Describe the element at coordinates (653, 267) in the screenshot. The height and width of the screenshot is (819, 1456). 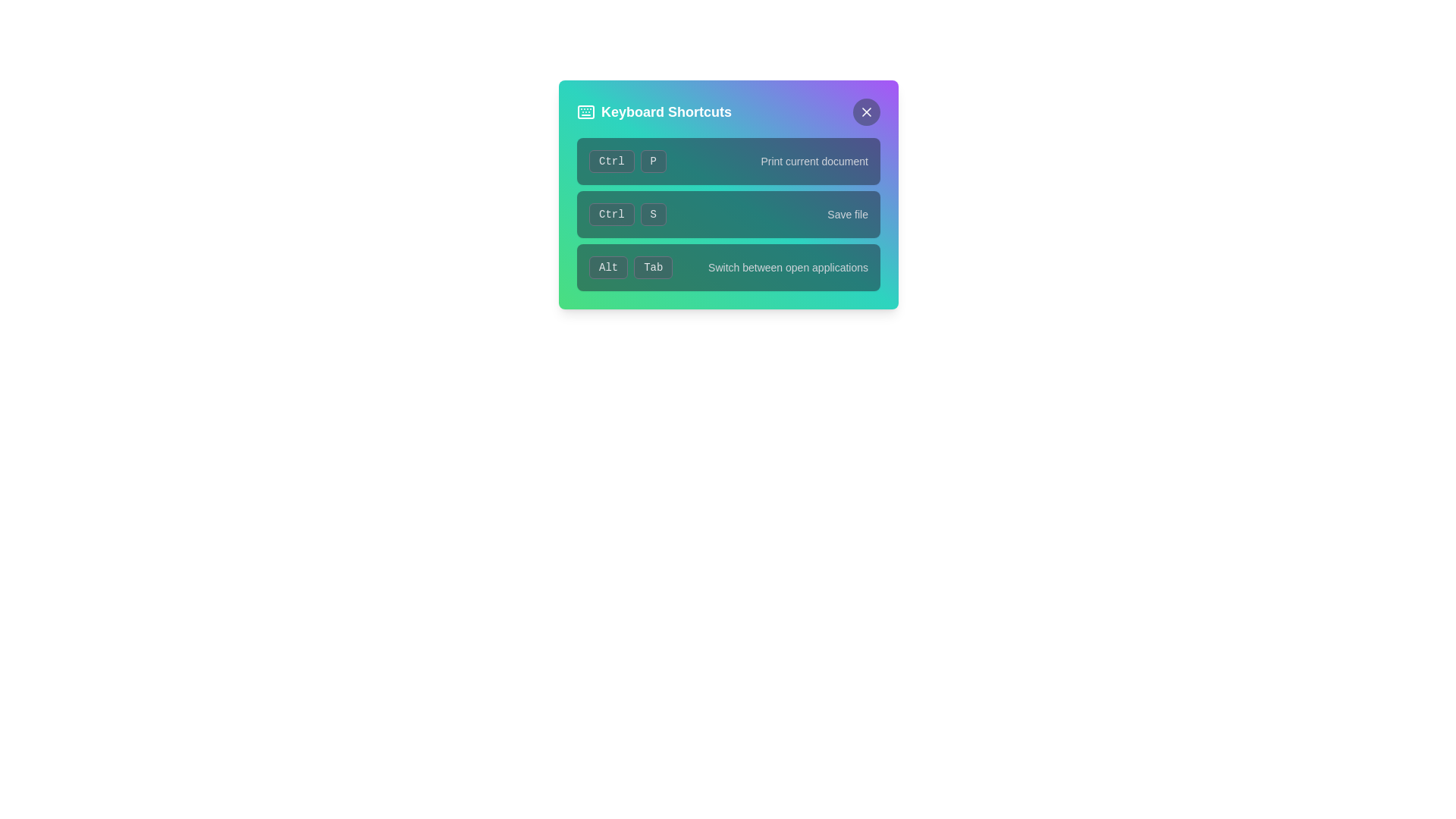
I see `the Static Label Button labeled 'Tab', which displays white text on a gray button with rounded corners, located in the Keyboard Shortcuts panel` at that location.